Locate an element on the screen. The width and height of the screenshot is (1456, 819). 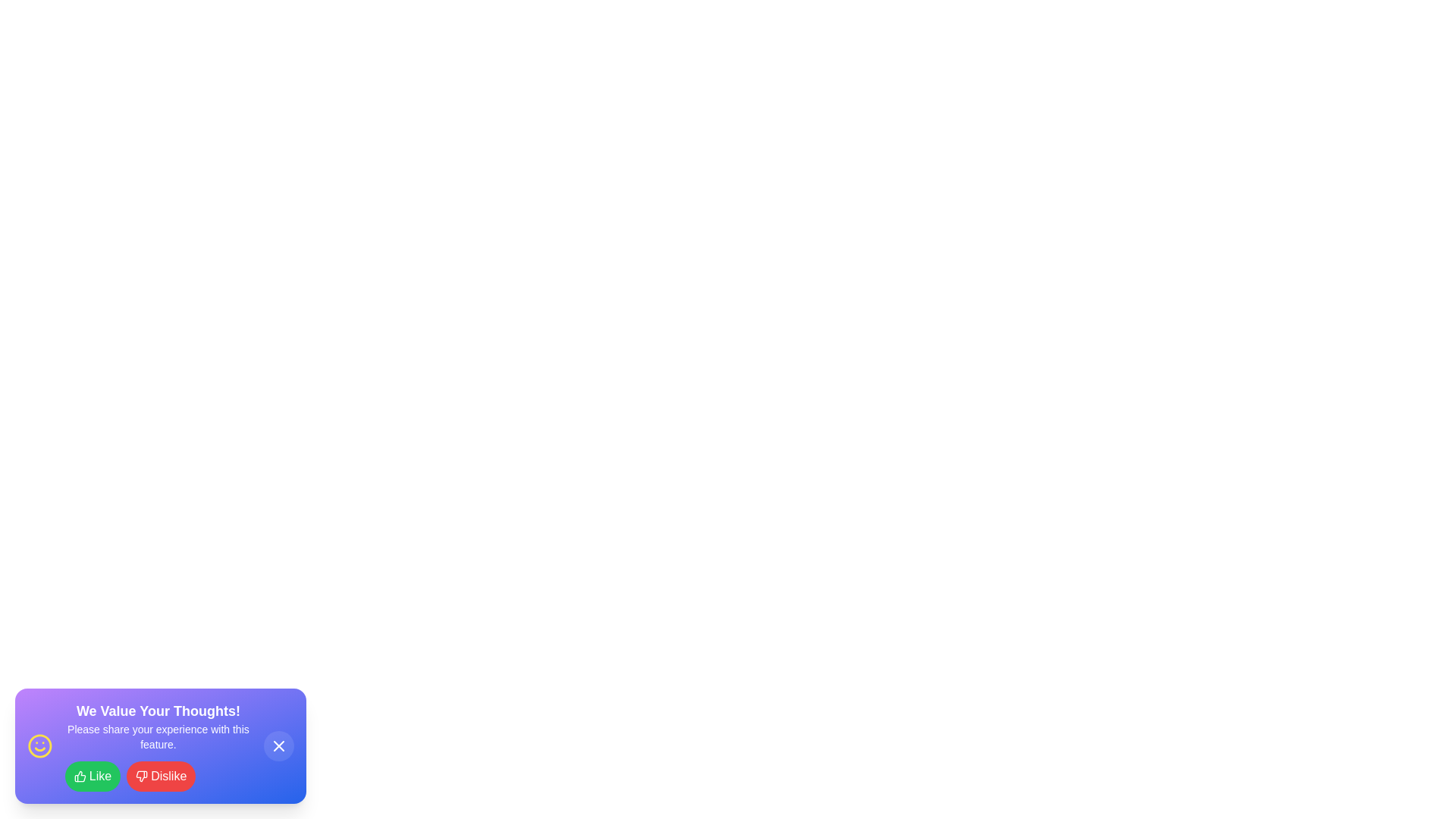
'Dislike' button to provide negative feedback is located at coordinates (160, 776).